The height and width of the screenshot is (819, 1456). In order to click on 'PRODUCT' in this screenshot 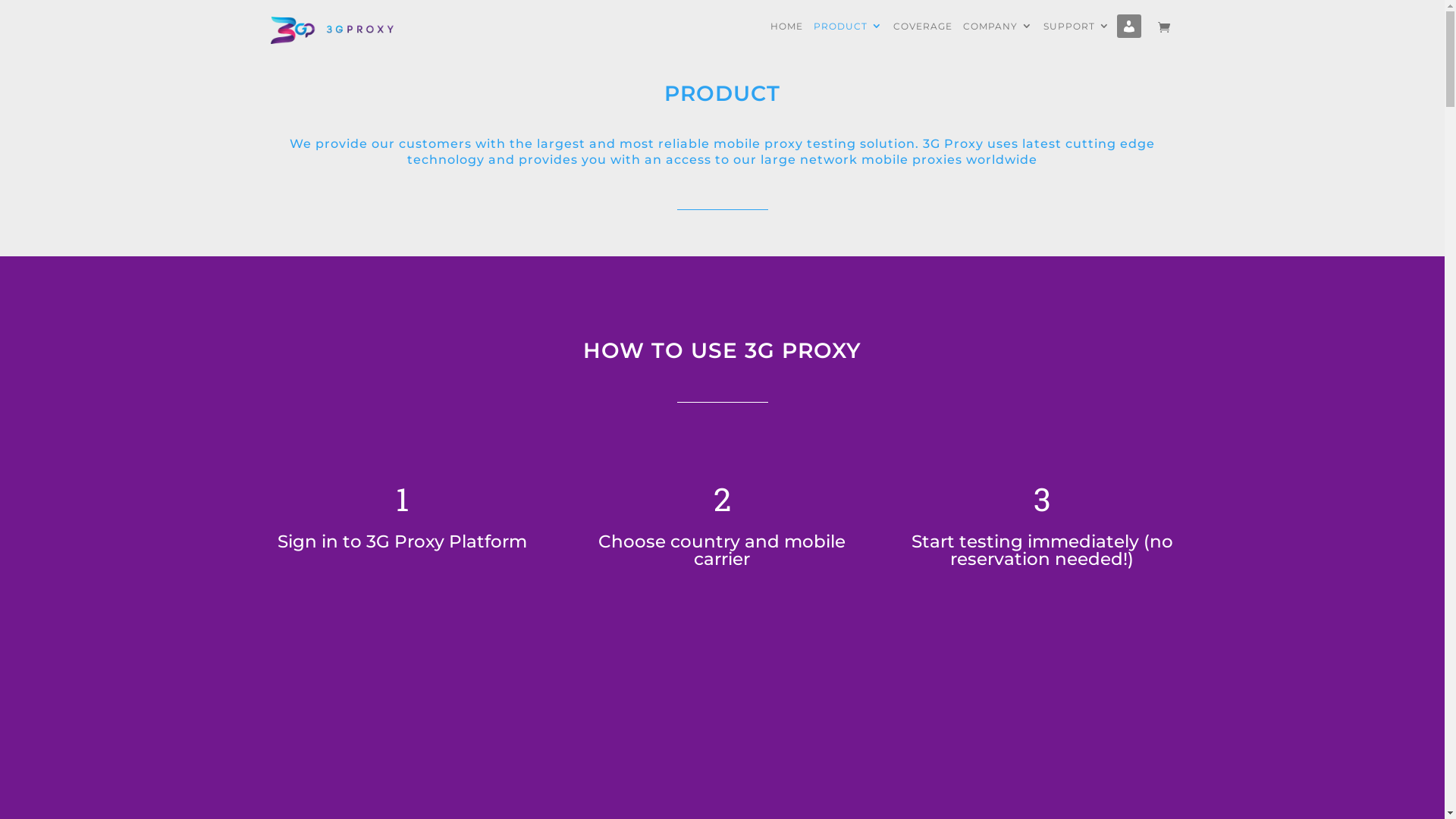, I will do `click(846, 36)`.